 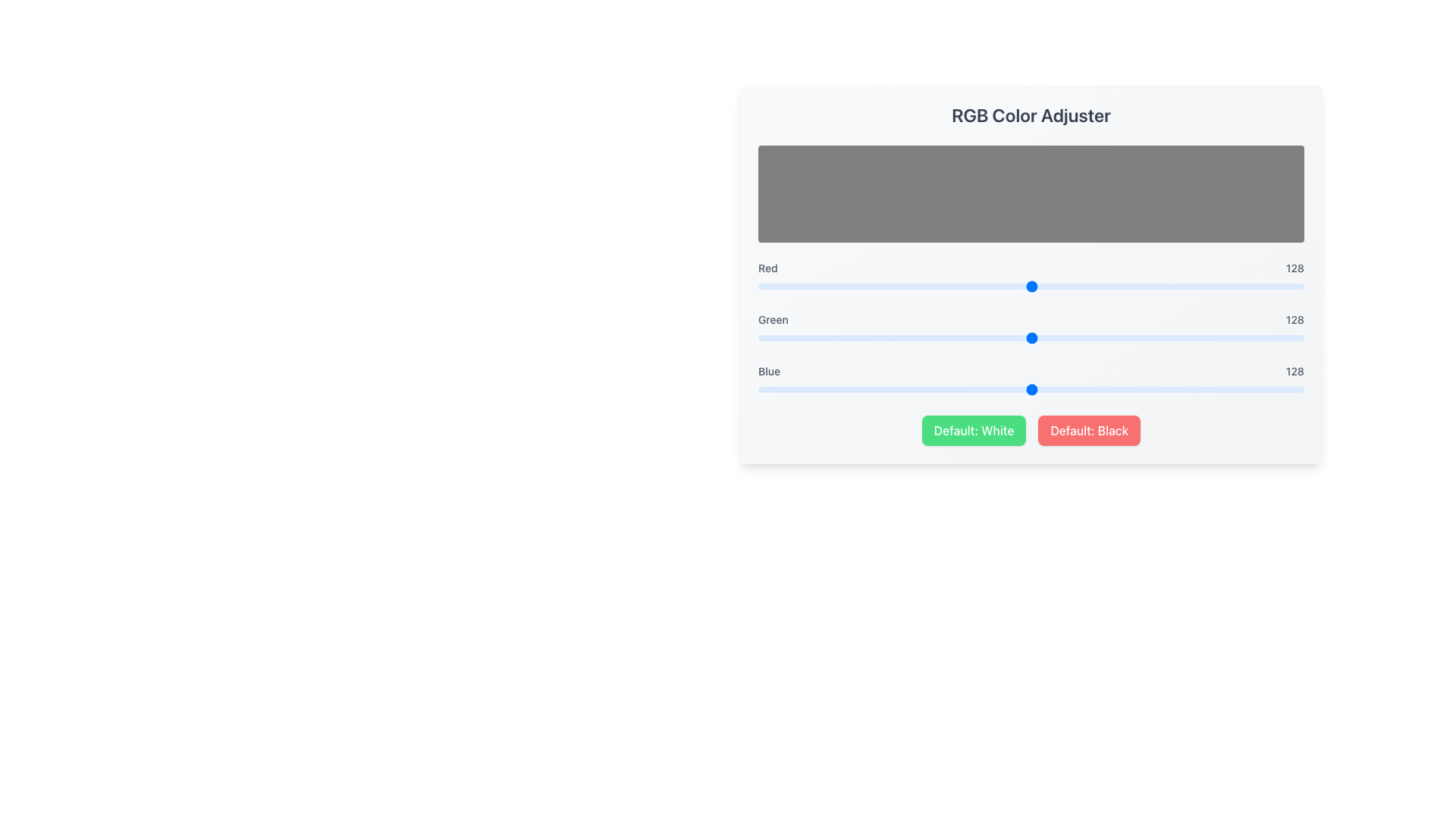 What do you see at coordinates (1031, 268) in the screenshot?
I see `the Display bar labeled 'Red' with the value '128', which is the second item under the 'RGB Color Adjuster' heading` at bounding box center [1031, 268].